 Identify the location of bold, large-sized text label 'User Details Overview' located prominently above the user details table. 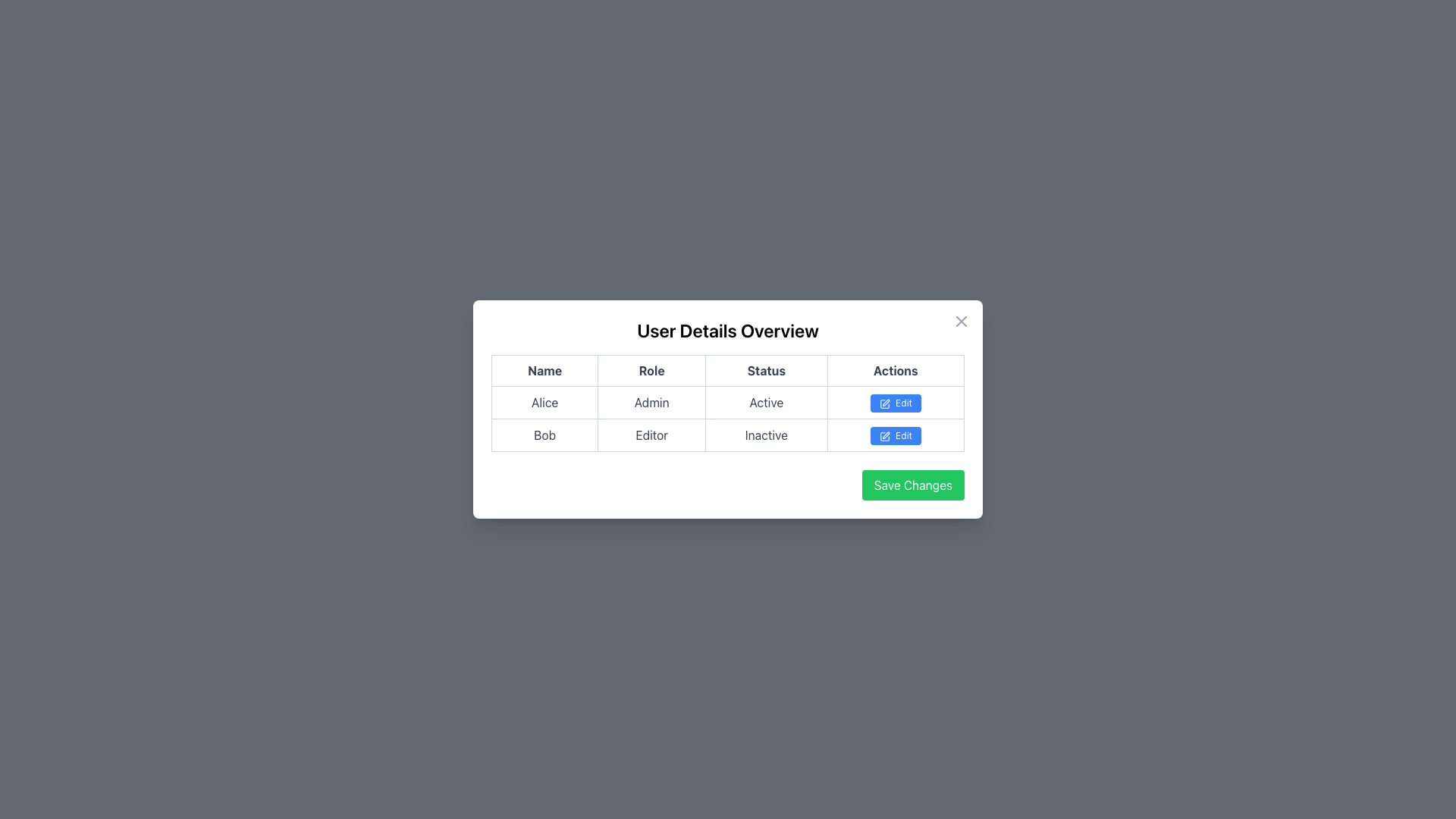
(728, 329).